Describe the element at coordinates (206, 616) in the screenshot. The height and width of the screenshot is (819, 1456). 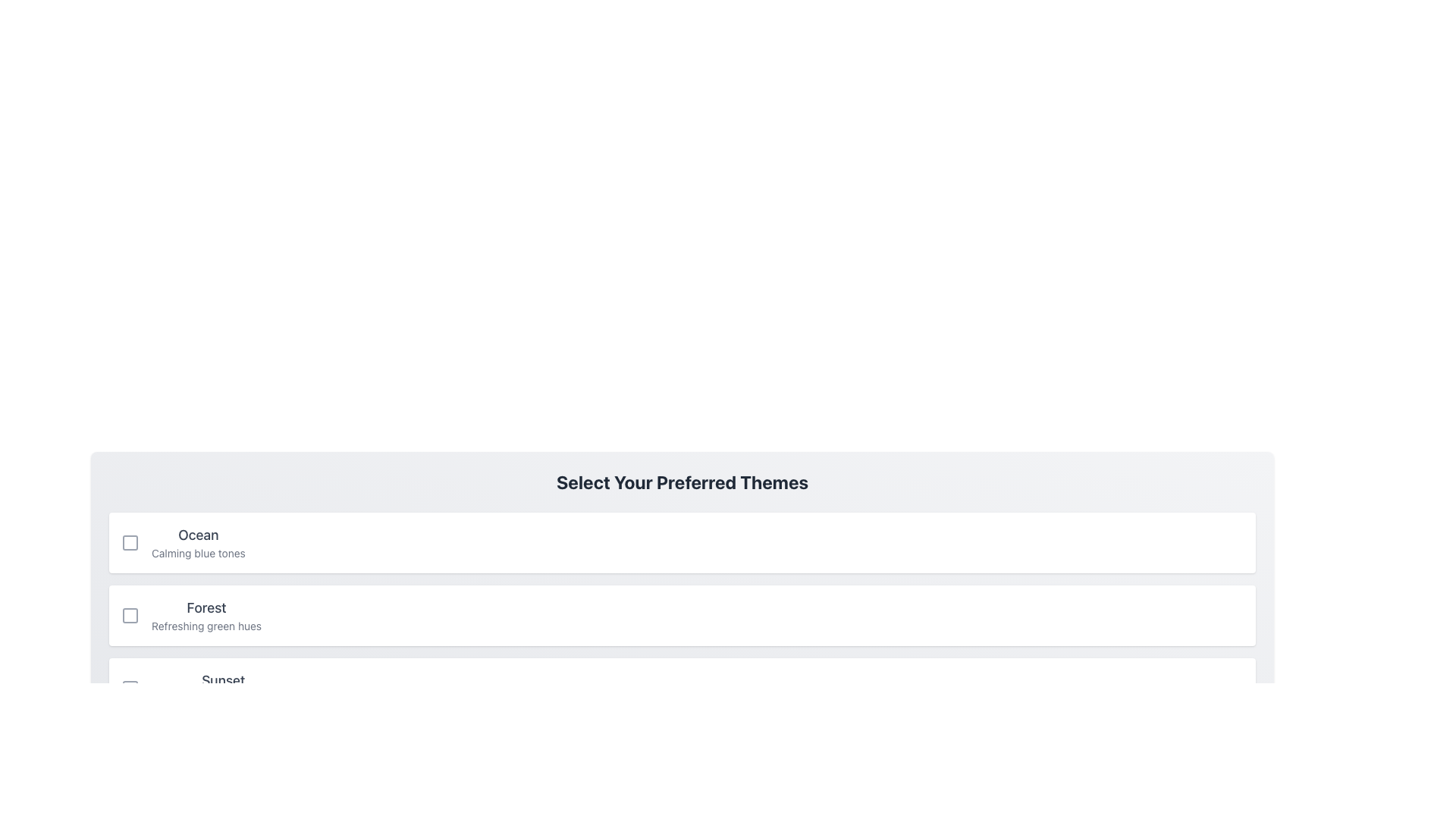
I see `the Label text 'Forest' and its subtitle 'Refreshing green hues' to potentially display additional information` at that location.